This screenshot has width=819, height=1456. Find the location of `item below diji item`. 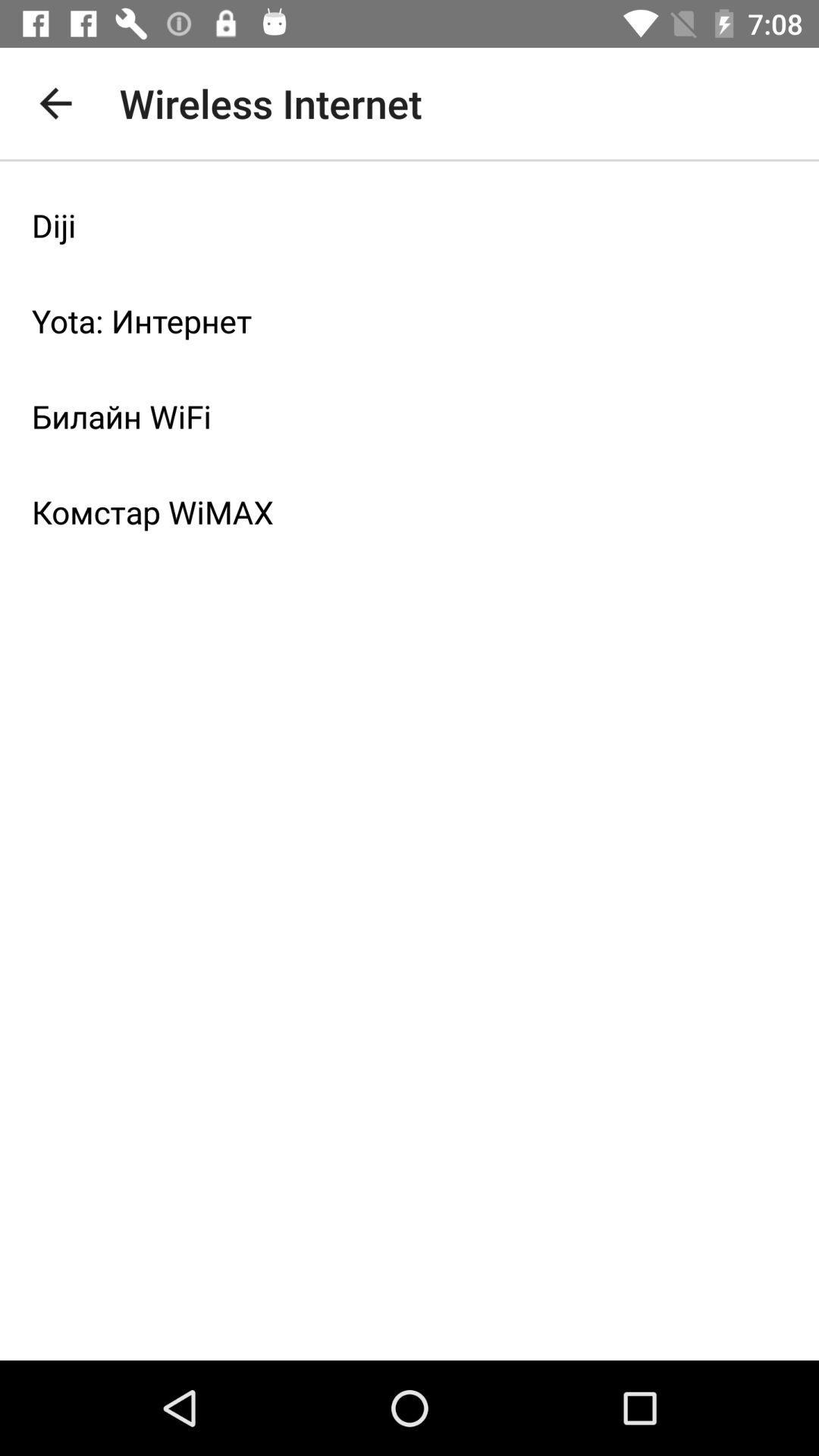

item below diji item is located at coordinates (409, 319).